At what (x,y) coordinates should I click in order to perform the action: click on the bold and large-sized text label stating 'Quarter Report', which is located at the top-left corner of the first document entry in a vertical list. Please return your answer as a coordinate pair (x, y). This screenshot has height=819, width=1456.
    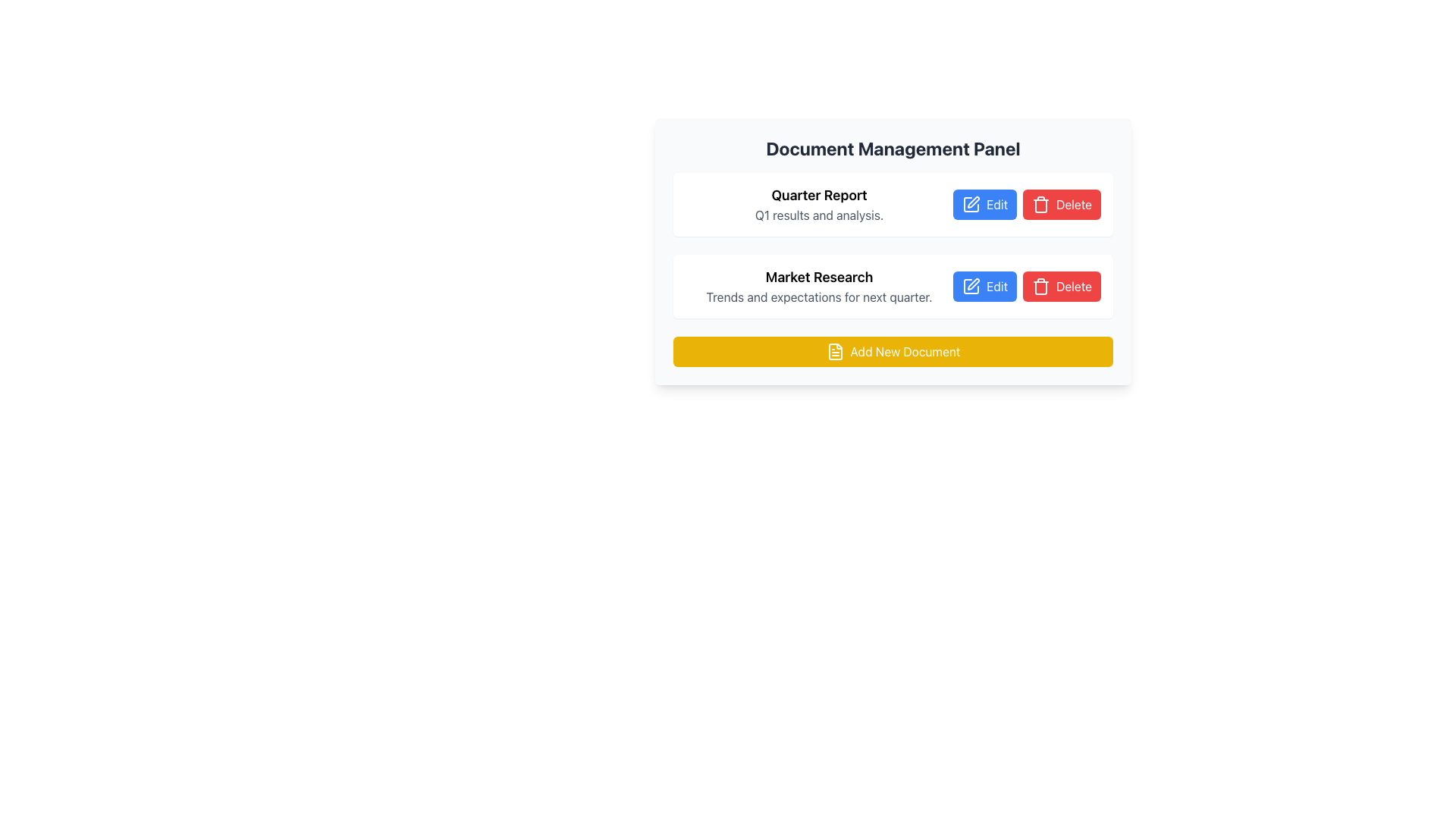
    Looking at the image, I should click on (818, 195).